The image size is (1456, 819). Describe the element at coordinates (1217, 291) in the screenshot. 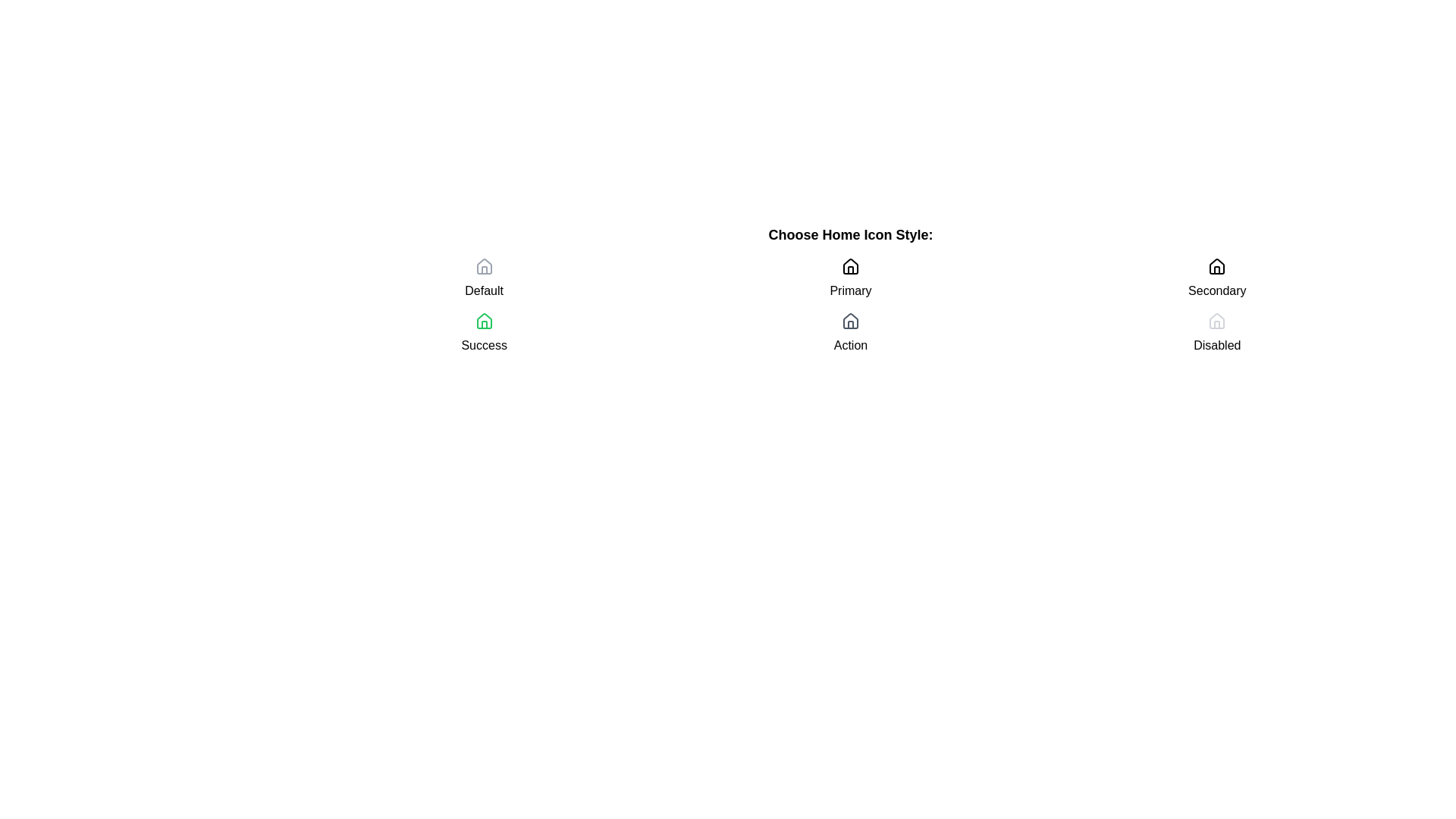

I see `the text element labeled 'Secondary', which is located below the home icon and has a dark color on a plain white background` at that location.